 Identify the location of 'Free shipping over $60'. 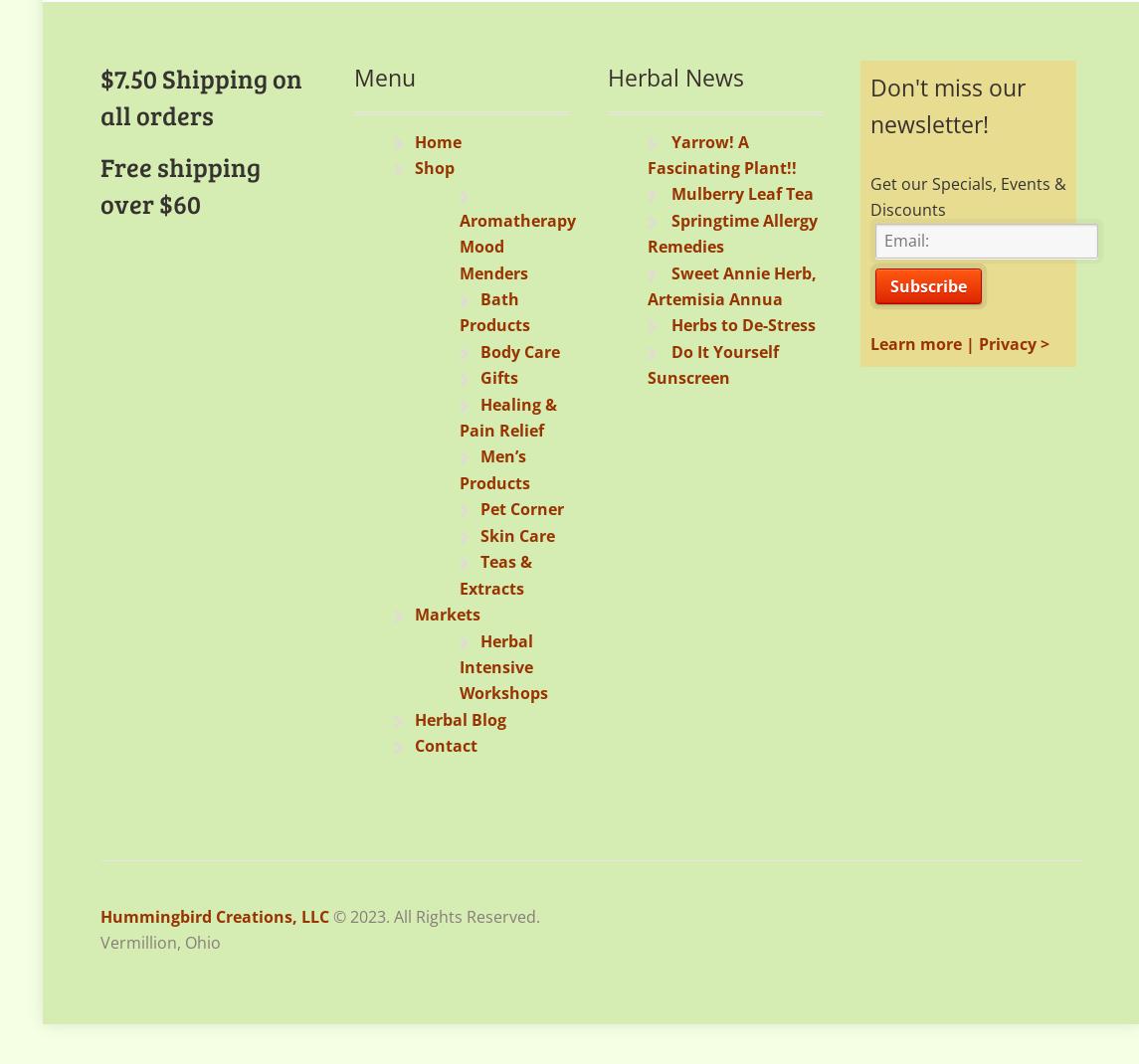
(180, 183).